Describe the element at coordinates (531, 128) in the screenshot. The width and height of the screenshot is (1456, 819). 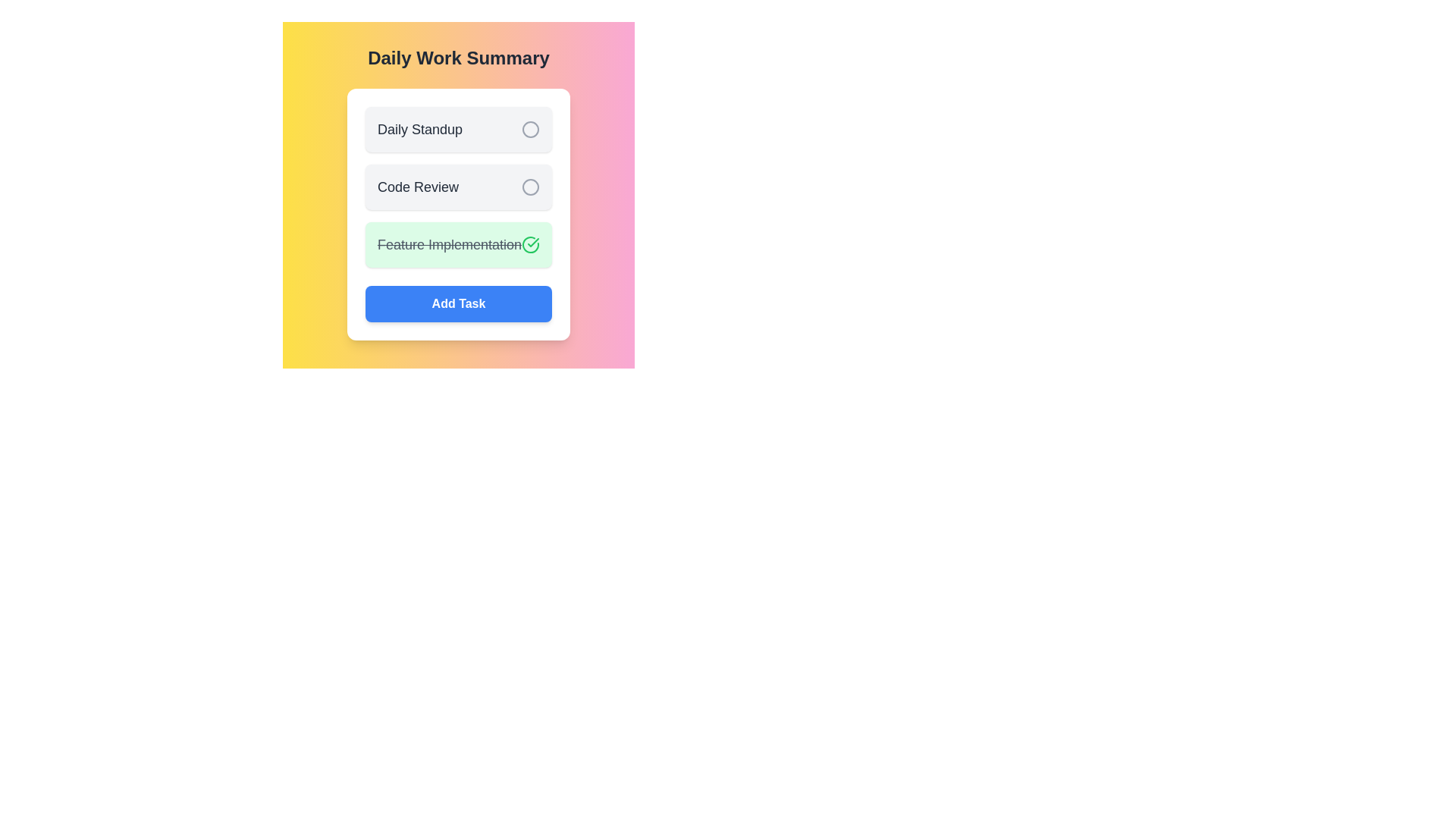
I see `the toggle button for the task 'Daily Standup' to change its completion status` at that location.